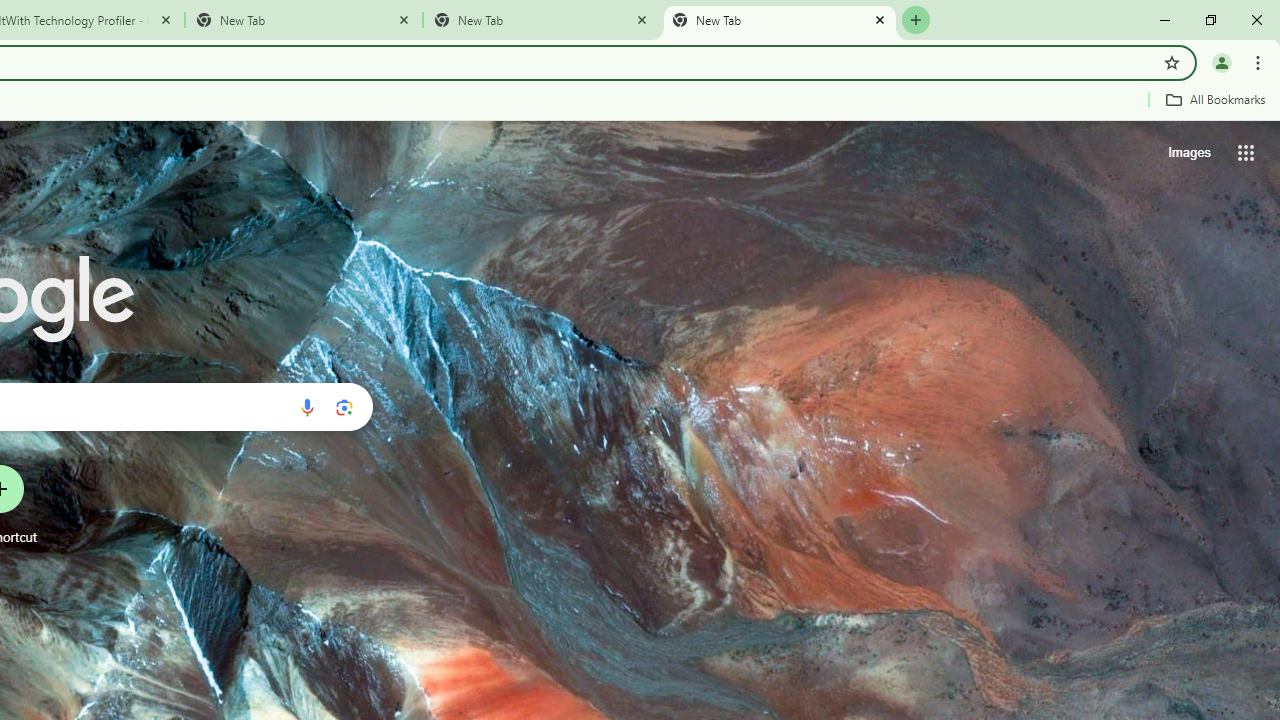  I want to click on 'Search by image', so click(344, 406).